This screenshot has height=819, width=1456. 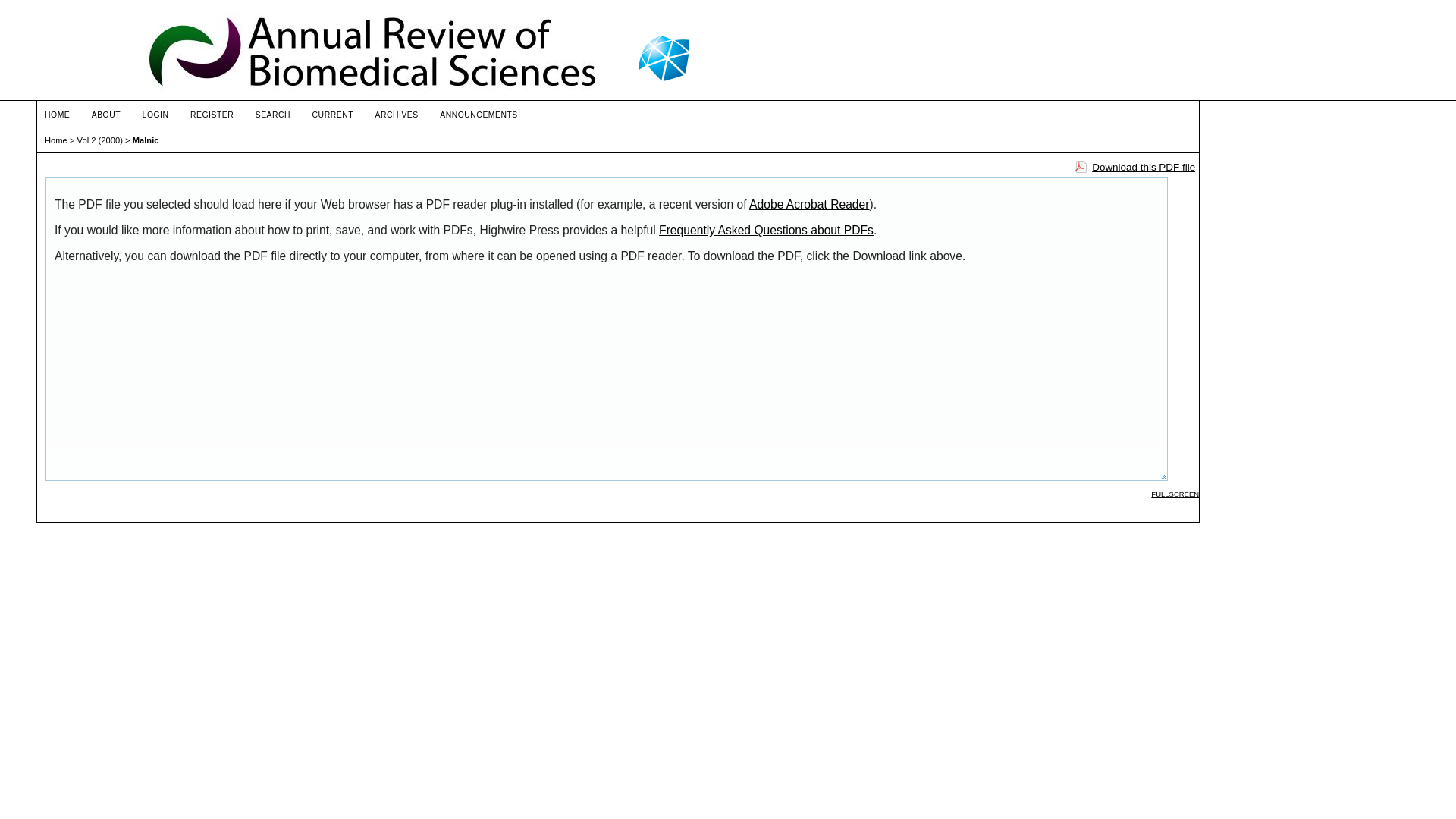 I want to click on 'FULLSCREEN', so click(x=1174, y=494).